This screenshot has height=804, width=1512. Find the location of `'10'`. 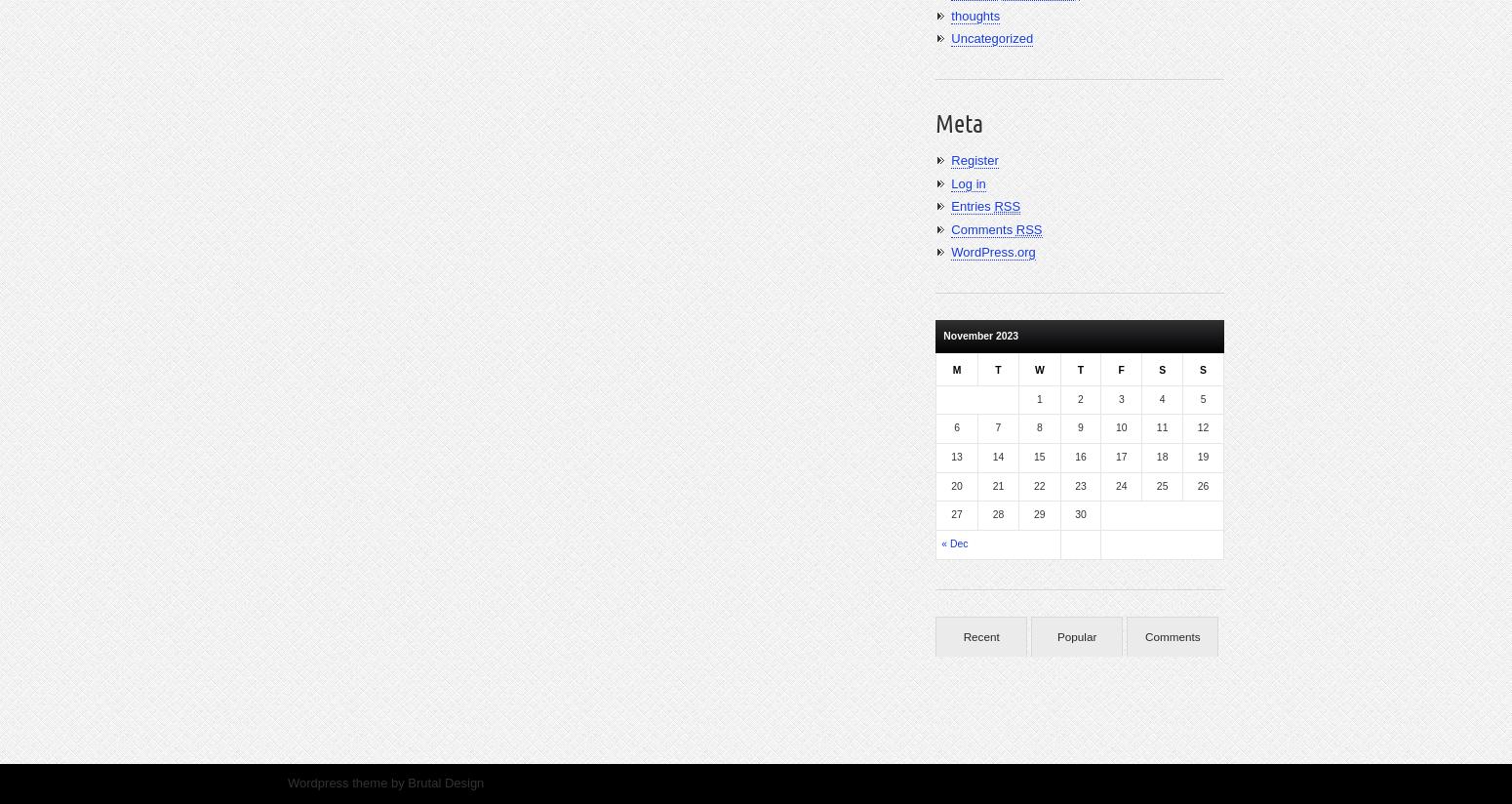

'10' is located at coordinates (1120, 426).